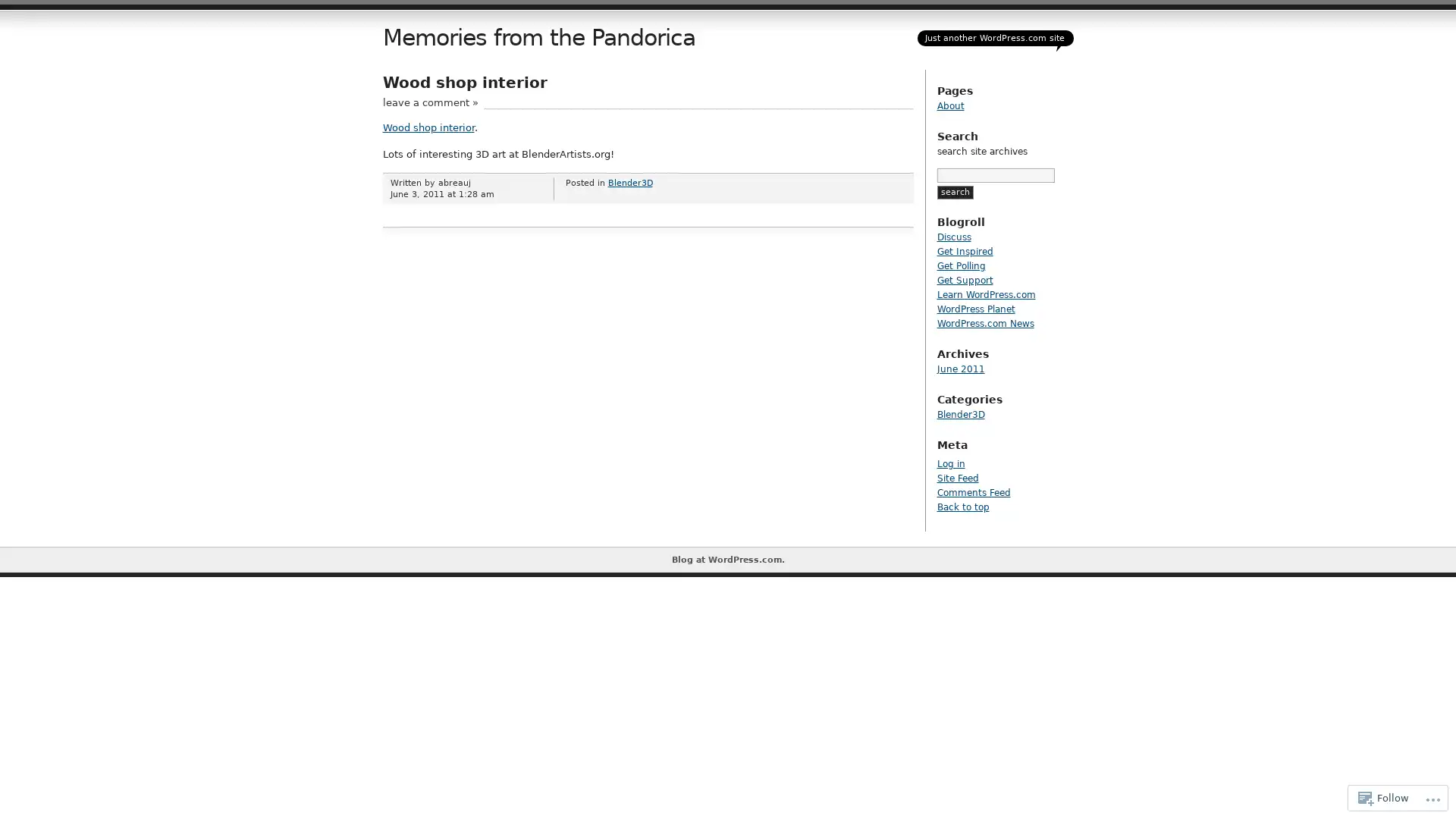  What do you see at coordinates (953, 192) in the screenshot?
I see `search` at bounding box center [953, 192].